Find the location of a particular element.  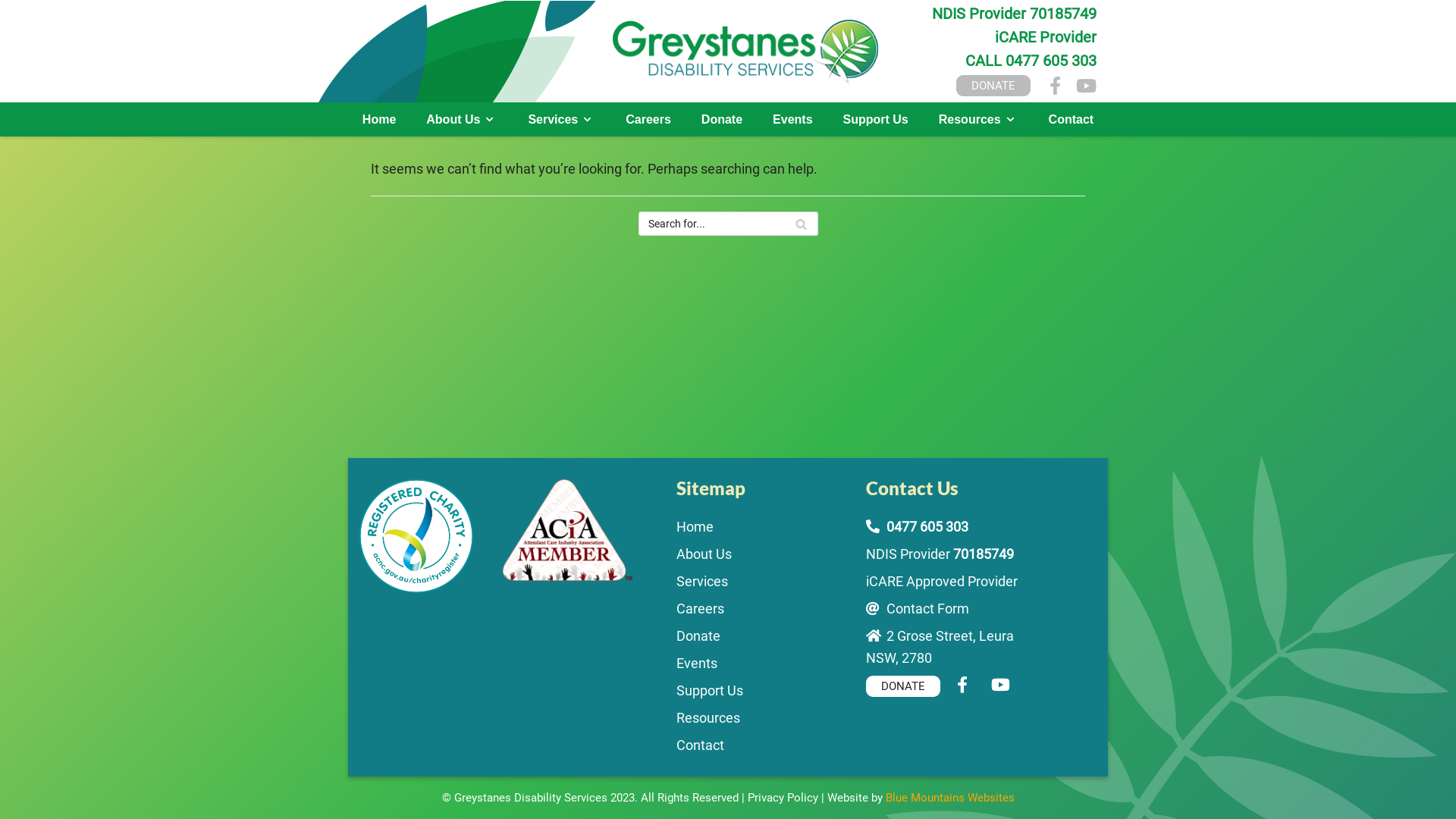

'Skip to content' is located at coordinates (14, 8).